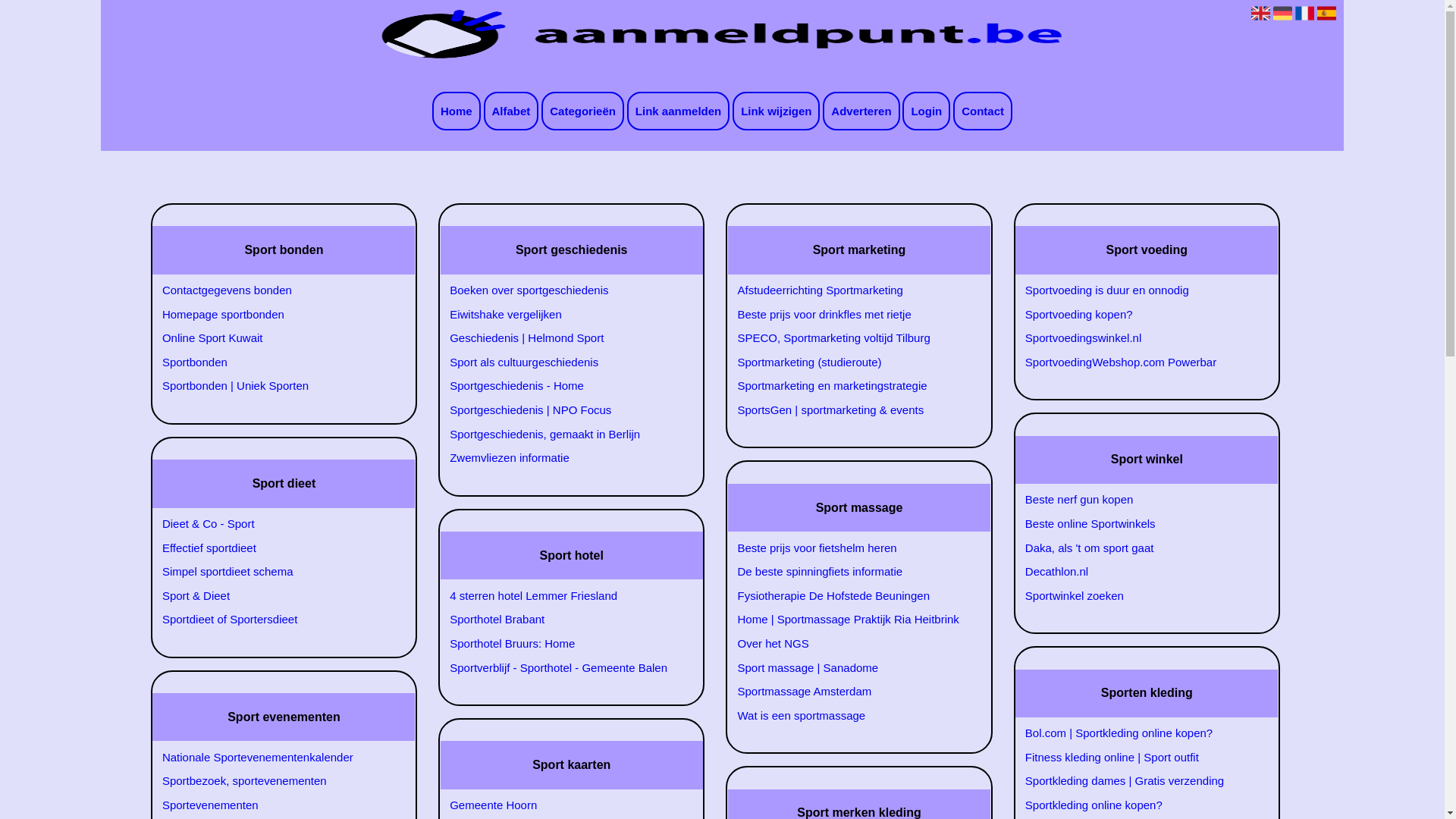  What do you see at coordinates (562, 643) in the screenshot?
I see `'Sporthotel Bruurs: Home'` at bounding box center [562, 643].